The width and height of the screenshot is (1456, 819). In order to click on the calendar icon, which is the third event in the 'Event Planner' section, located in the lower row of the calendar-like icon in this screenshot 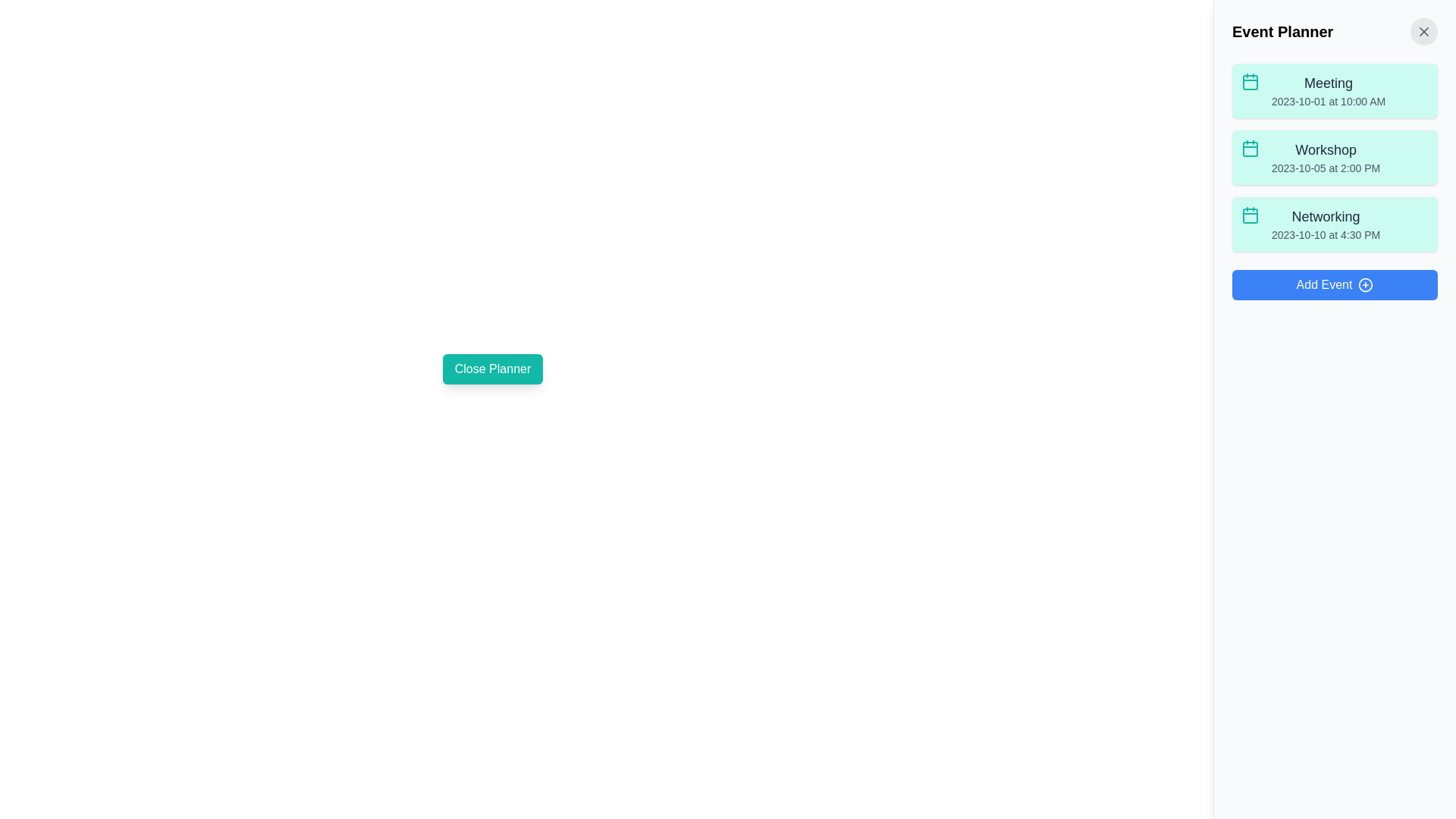, I will do `click(1250, 216)`.